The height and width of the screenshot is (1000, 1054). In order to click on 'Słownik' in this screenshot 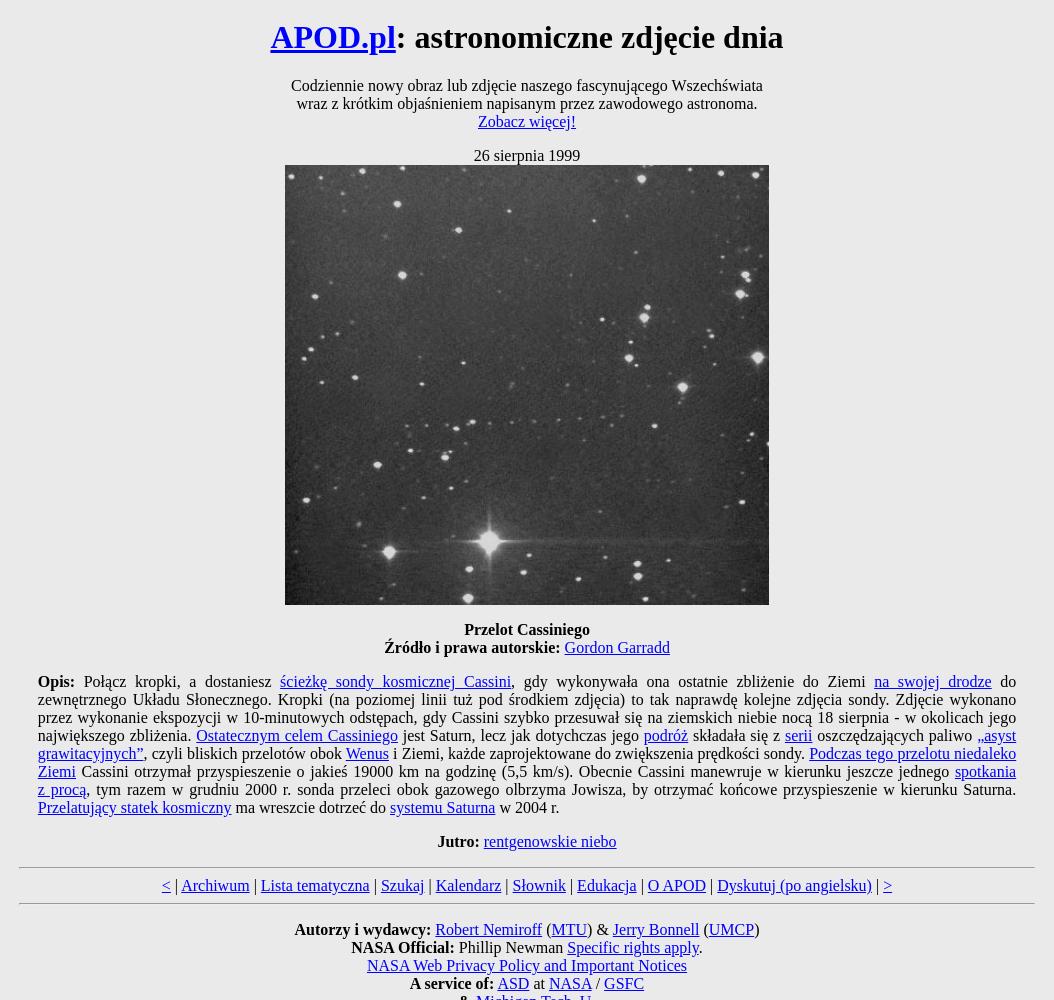, I will do `click(538, 885)`.